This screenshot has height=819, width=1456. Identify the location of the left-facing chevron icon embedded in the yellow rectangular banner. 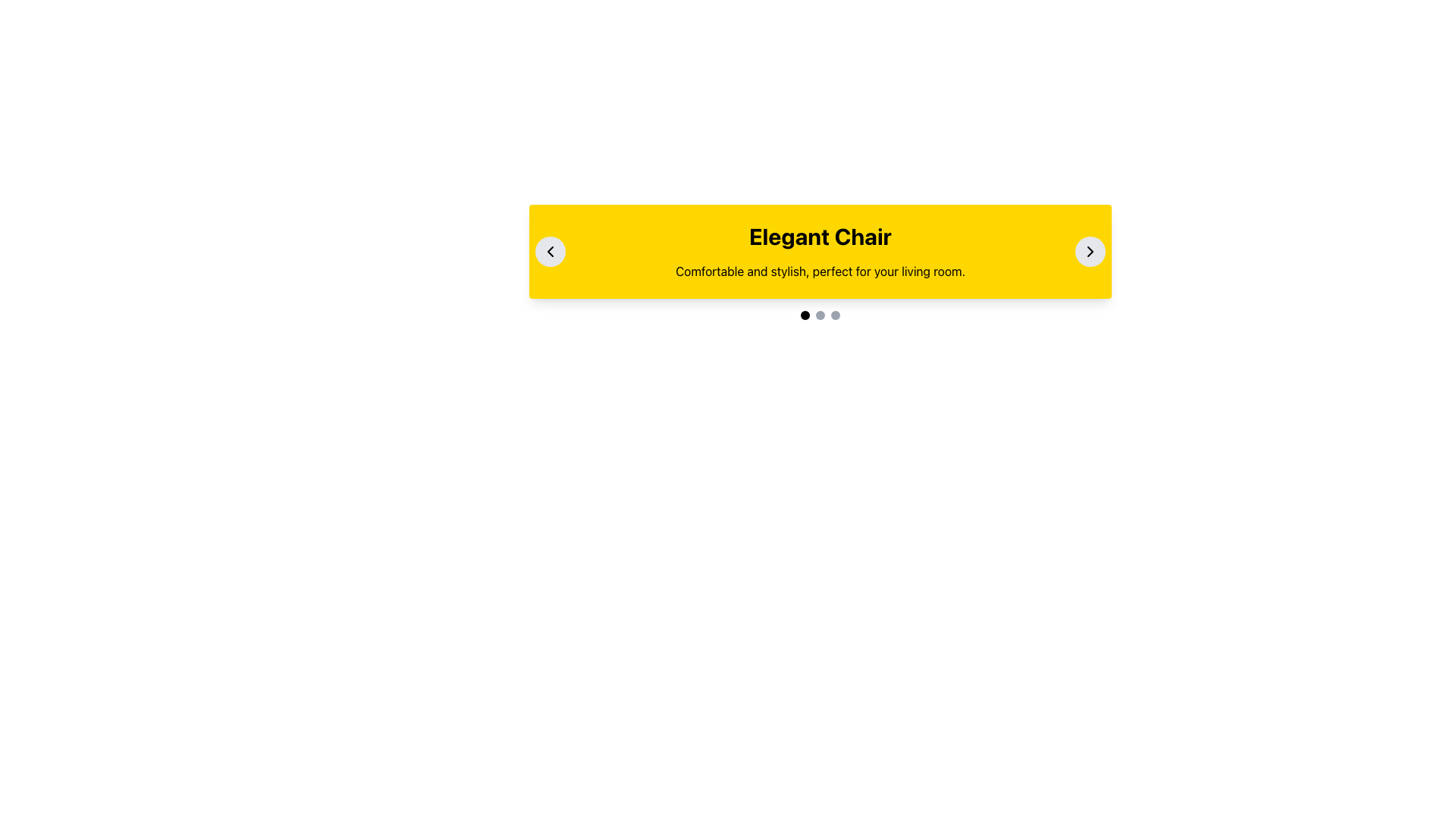
(549, 250).